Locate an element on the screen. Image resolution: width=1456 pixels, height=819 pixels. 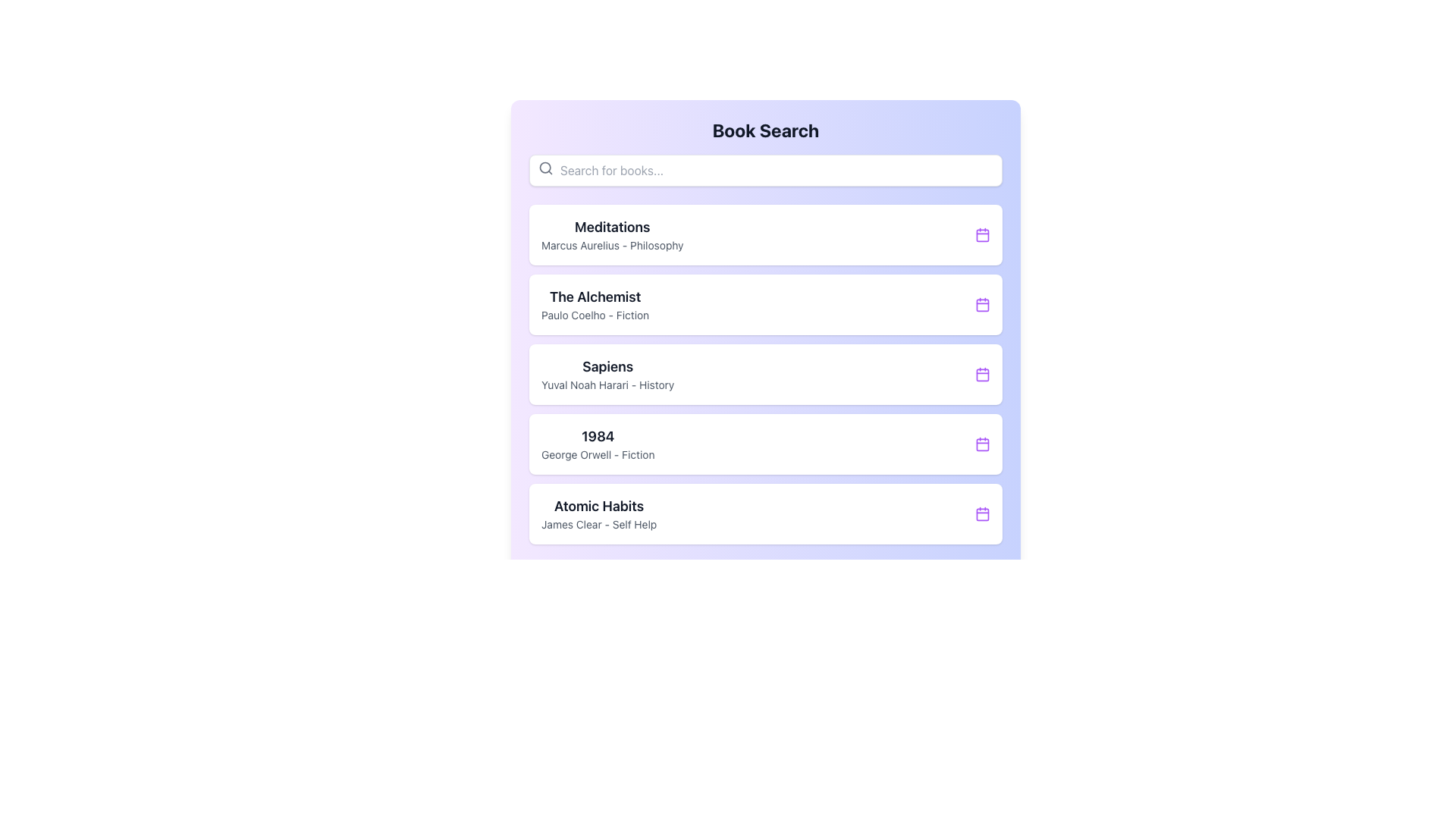
the central circle of the magnifying glass icon located at the top-left of the search bar, which serves as a decorative component of the search functionality is located at coordinates (545, 168).